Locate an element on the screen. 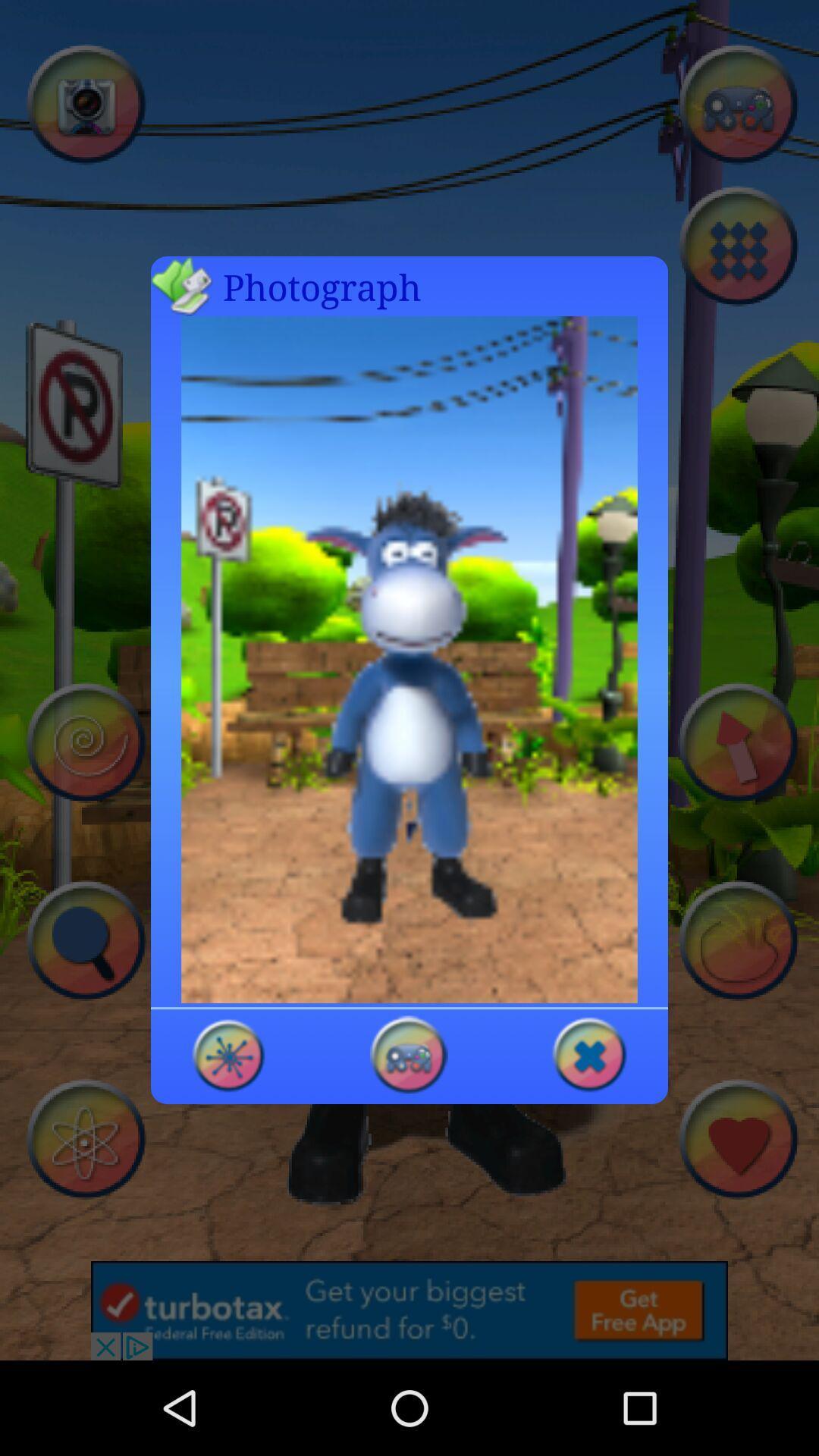 This screenshot has height=1456, width=819. the item at the bottom left corner is located at coordinates (229, 1053).